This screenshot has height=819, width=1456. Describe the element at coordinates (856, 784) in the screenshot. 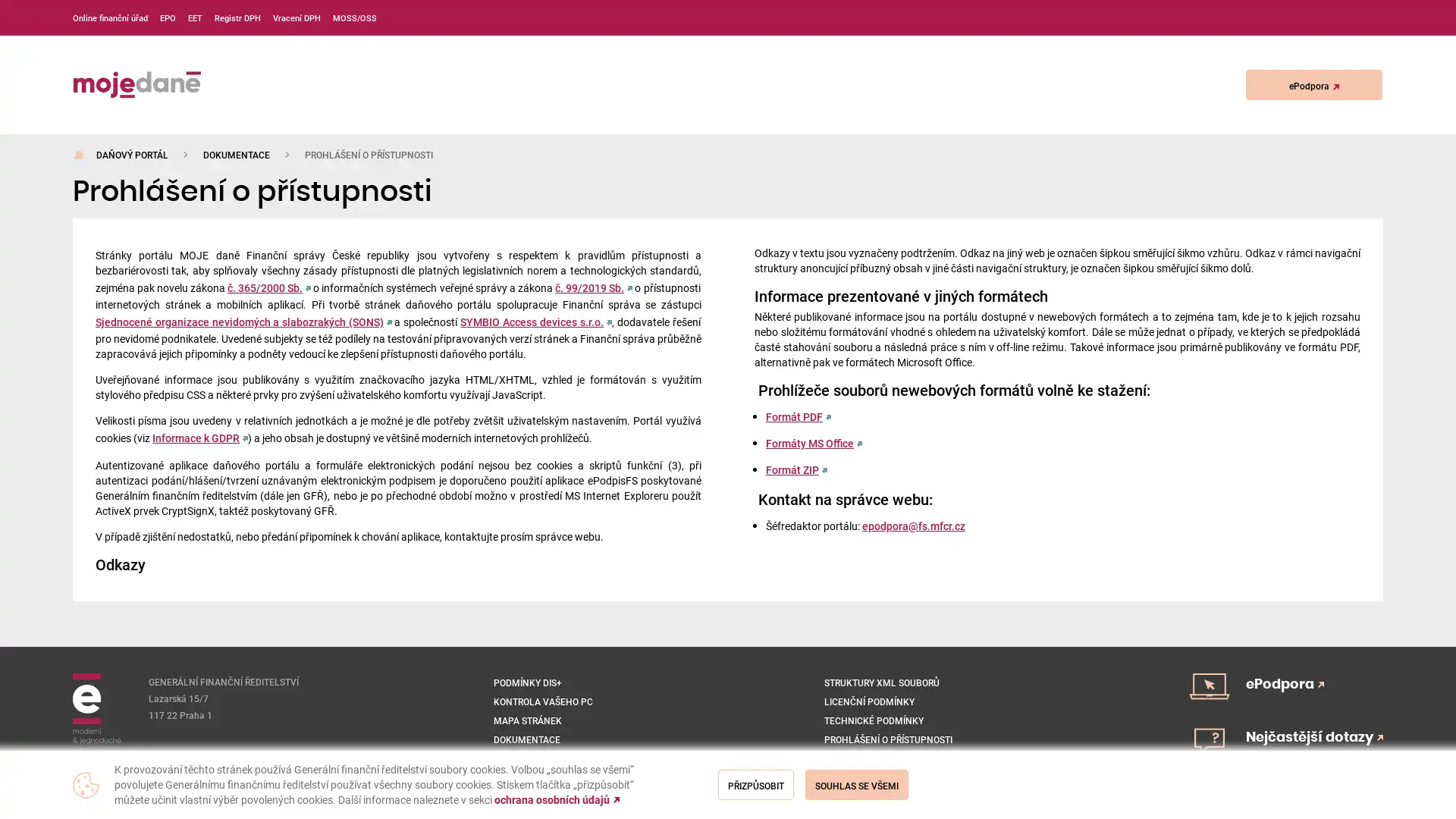

I see `Souhlas se vsemi` at that location.